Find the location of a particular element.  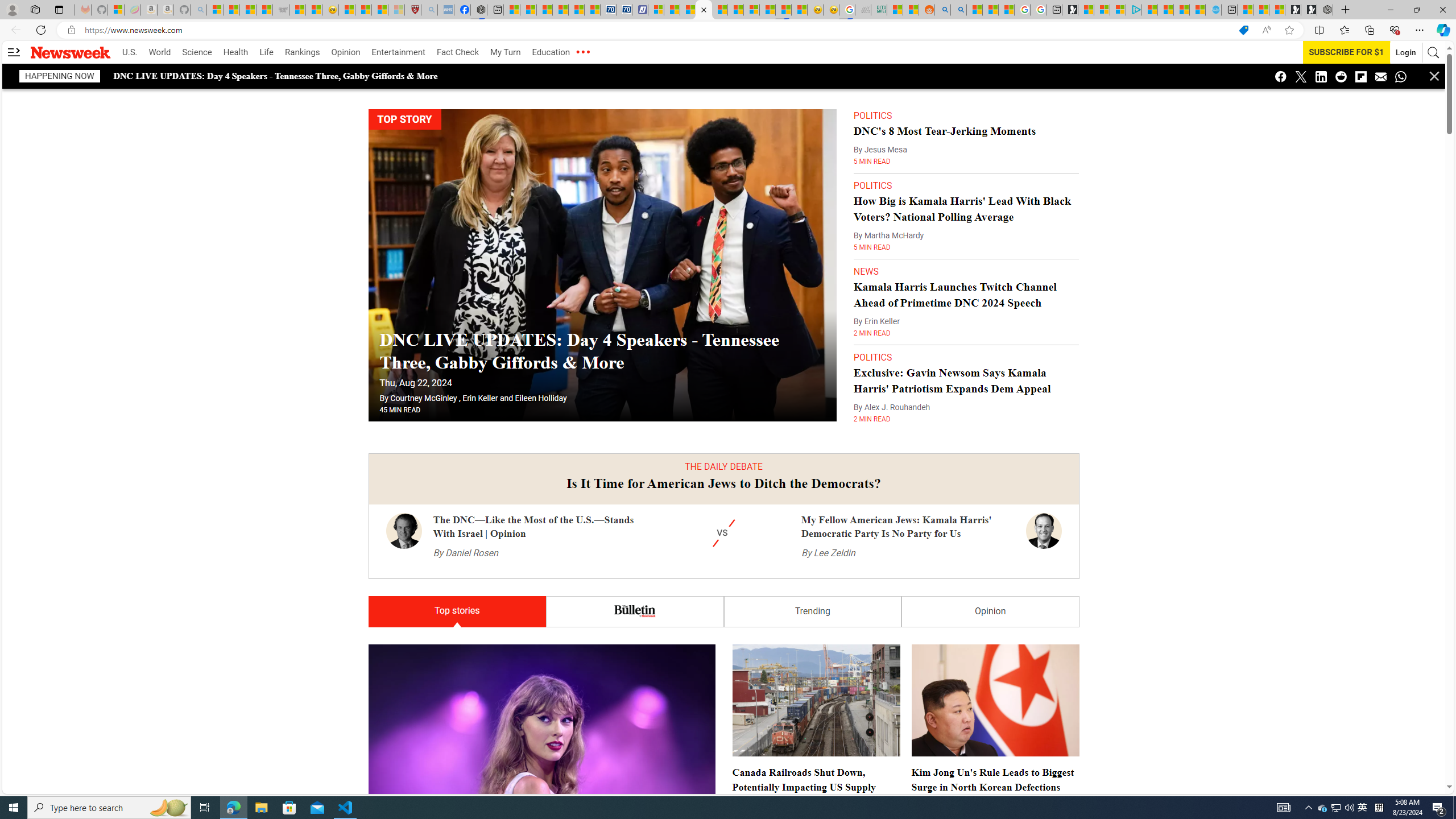

'Fact Check' is located at coordinates (457, 52).